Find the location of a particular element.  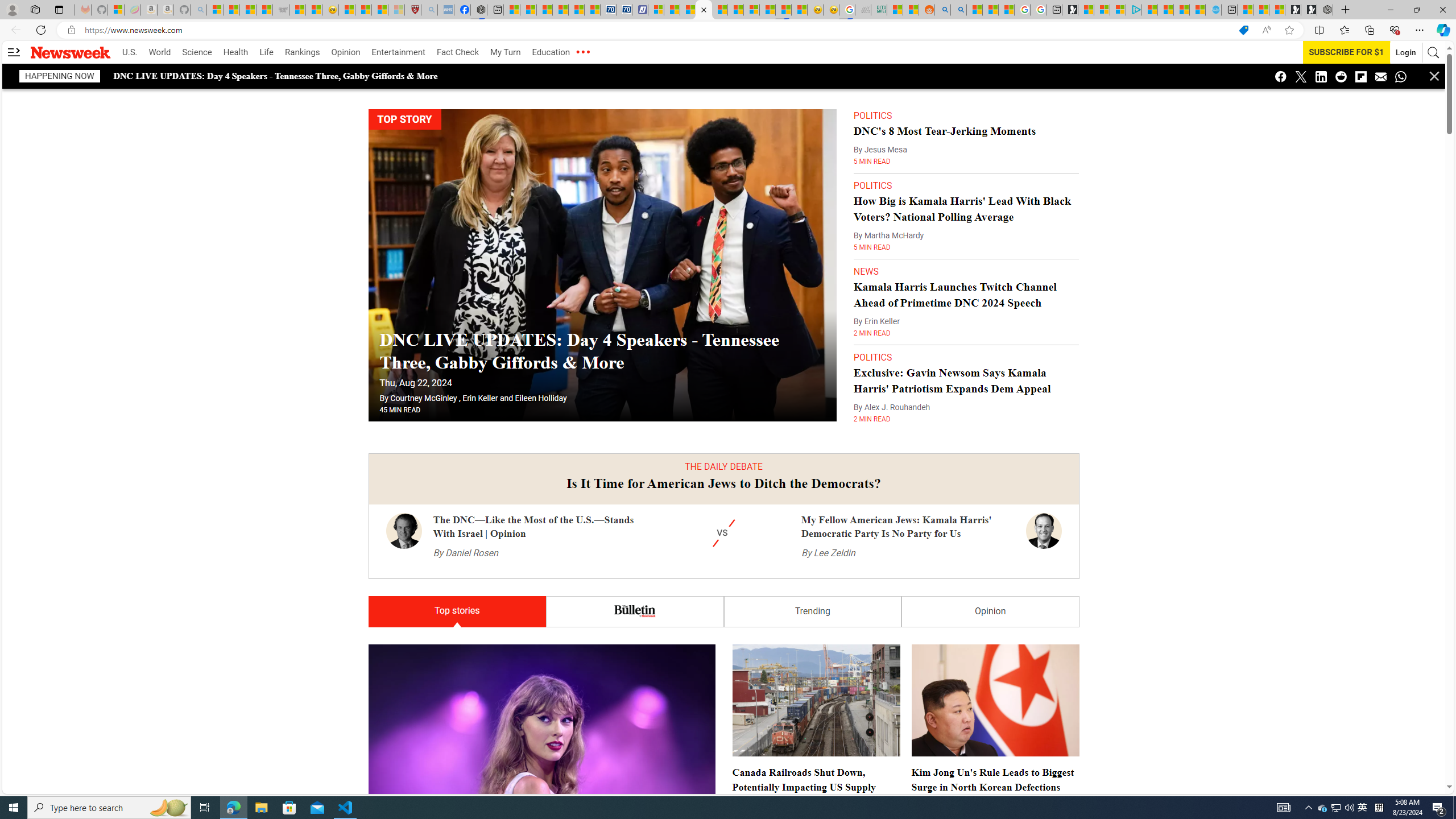

'Fact Check' is located at coordinates (457, 52).